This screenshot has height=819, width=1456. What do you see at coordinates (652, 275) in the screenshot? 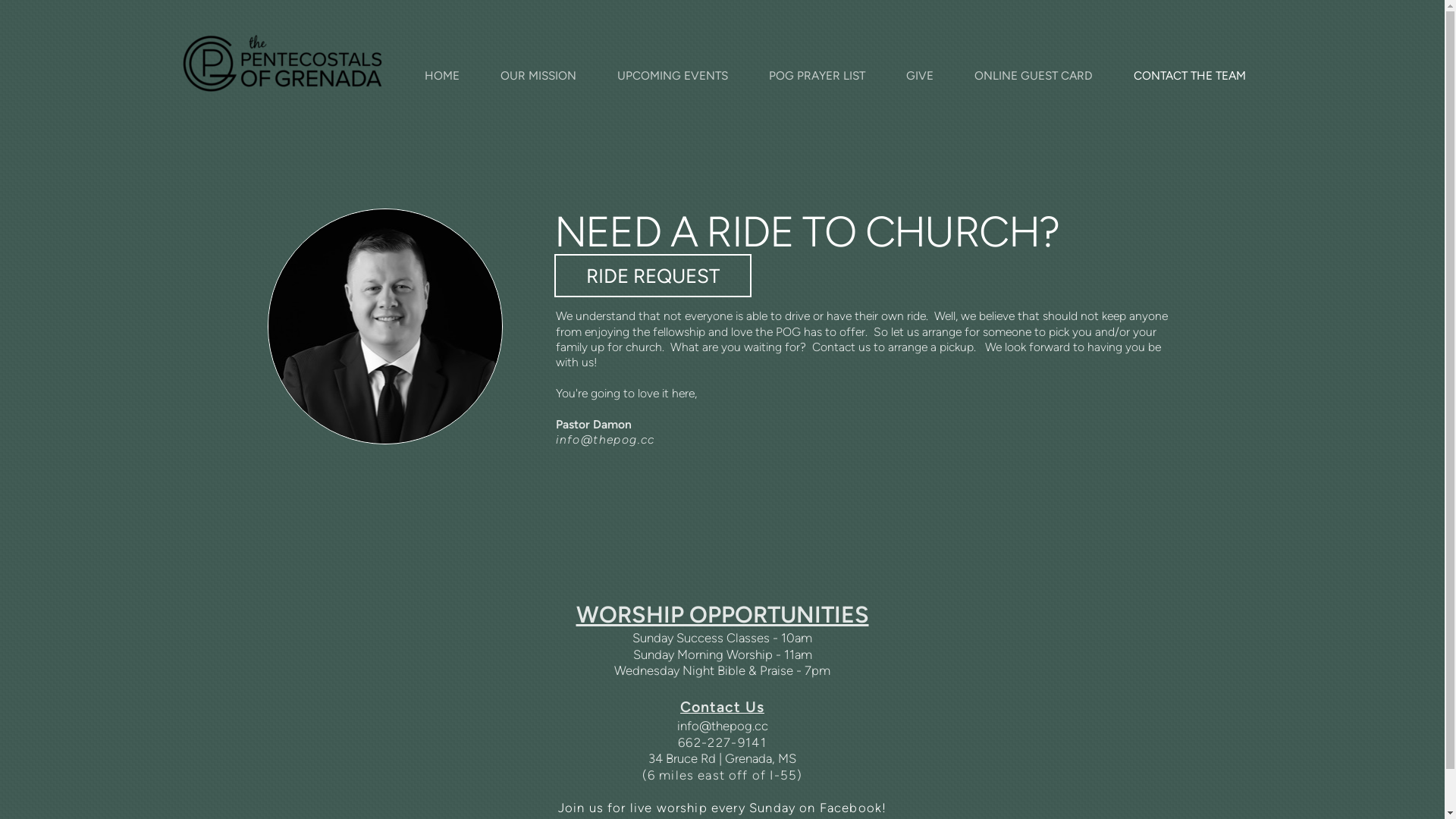
I see `'RIDE REQUEST'` at bounding box center [652, 275].